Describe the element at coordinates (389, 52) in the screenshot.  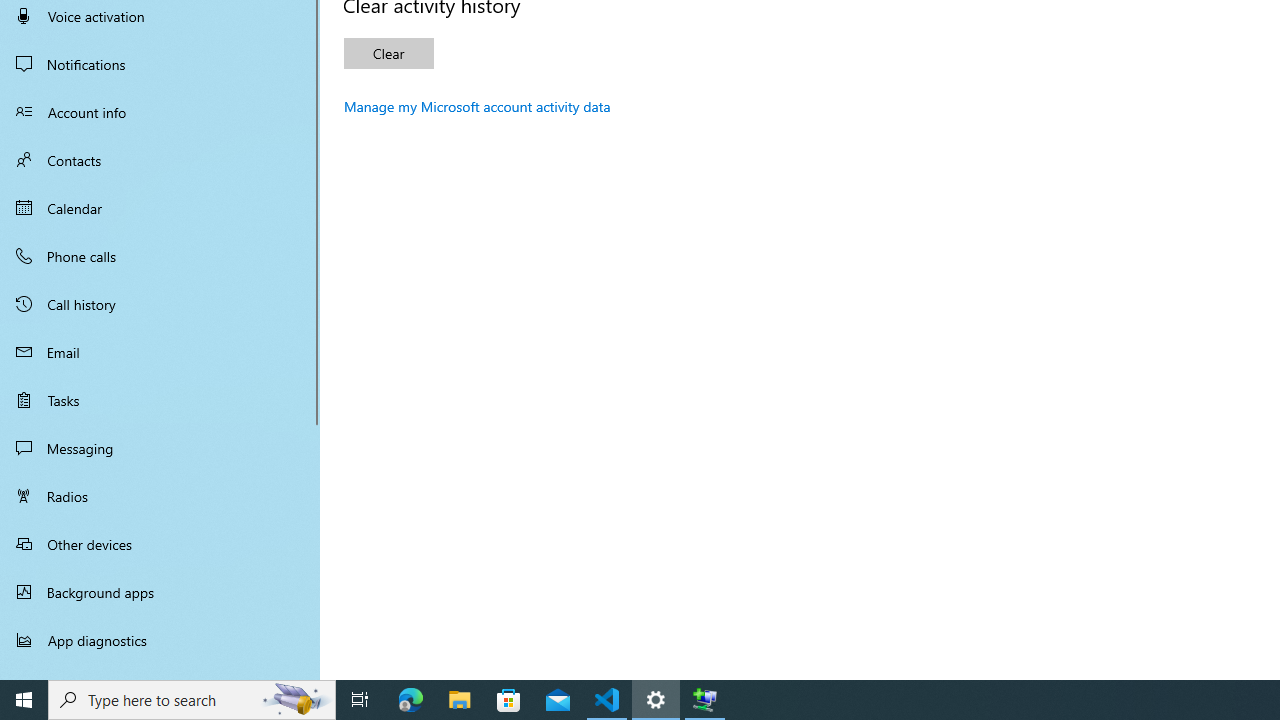
I see `'Clear'` at that location.